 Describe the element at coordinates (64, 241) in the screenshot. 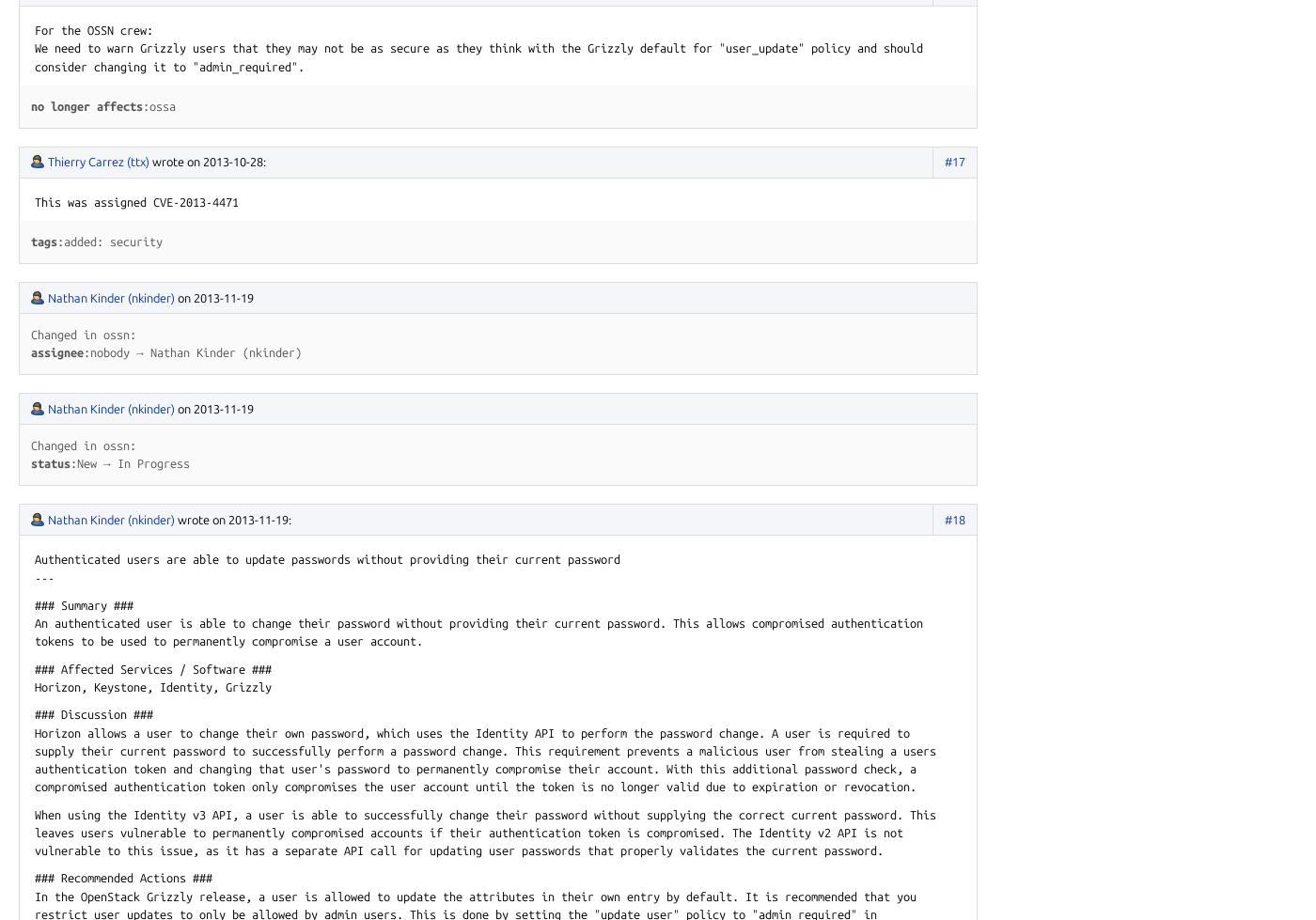

I see `'added: security'` at that location.